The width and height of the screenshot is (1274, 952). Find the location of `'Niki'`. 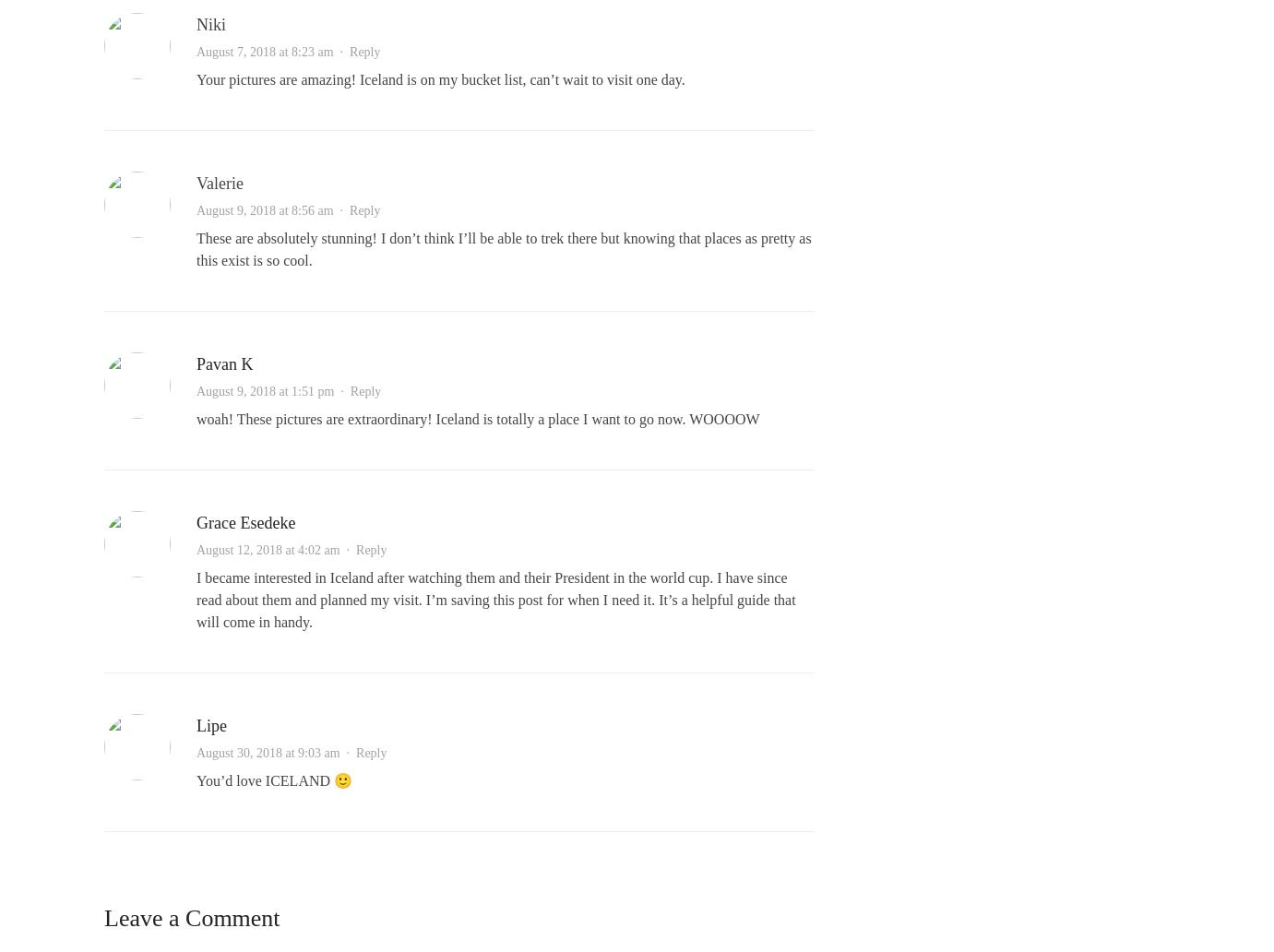

'Niki' is located at coordinates (209, 25).